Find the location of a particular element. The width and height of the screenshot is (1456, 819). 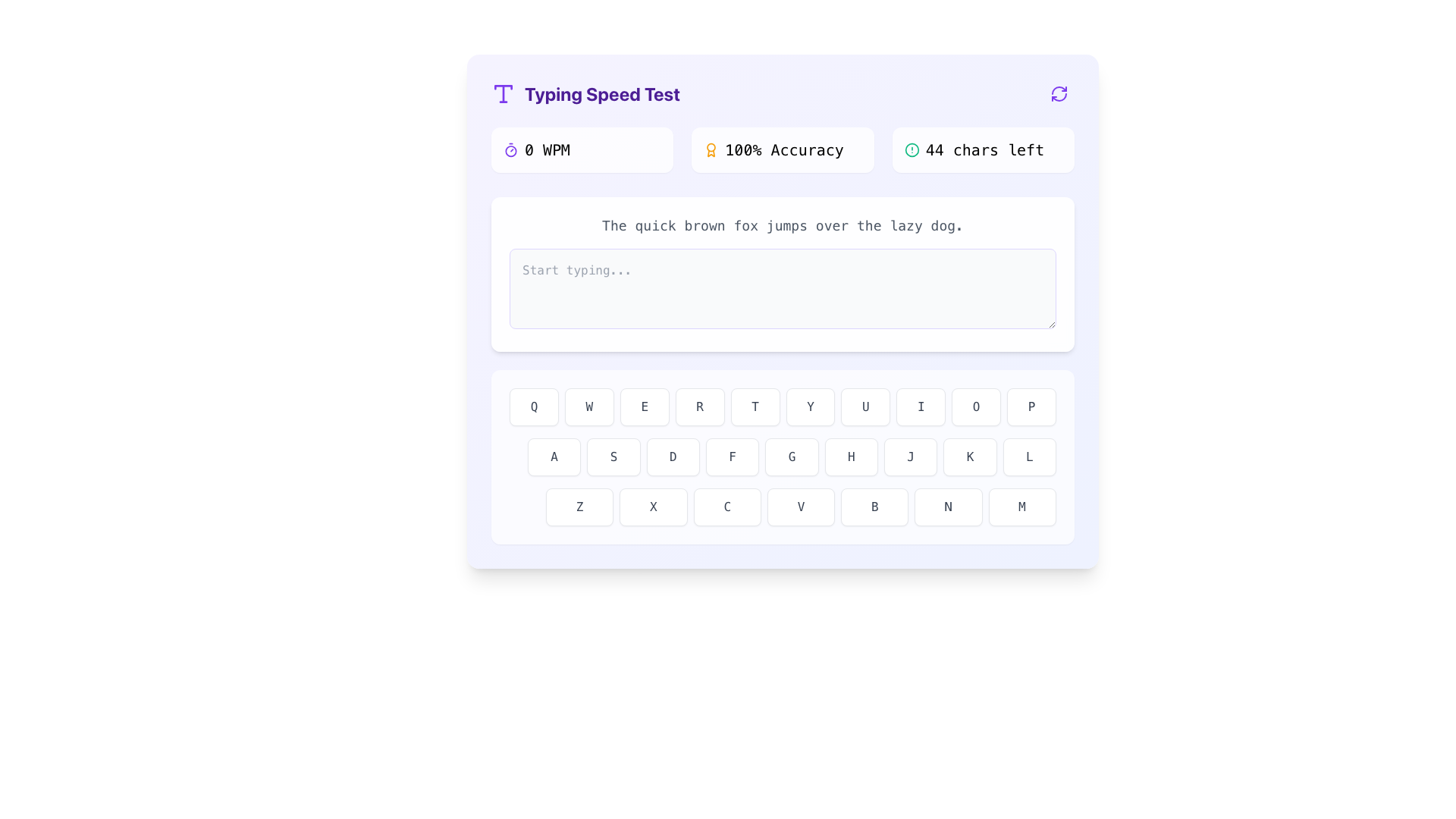

the text-based informational display that indicates the number of characters remaining in an active typing task, located at the third column of the grid above the typing box is located at coordinates (983, 149).